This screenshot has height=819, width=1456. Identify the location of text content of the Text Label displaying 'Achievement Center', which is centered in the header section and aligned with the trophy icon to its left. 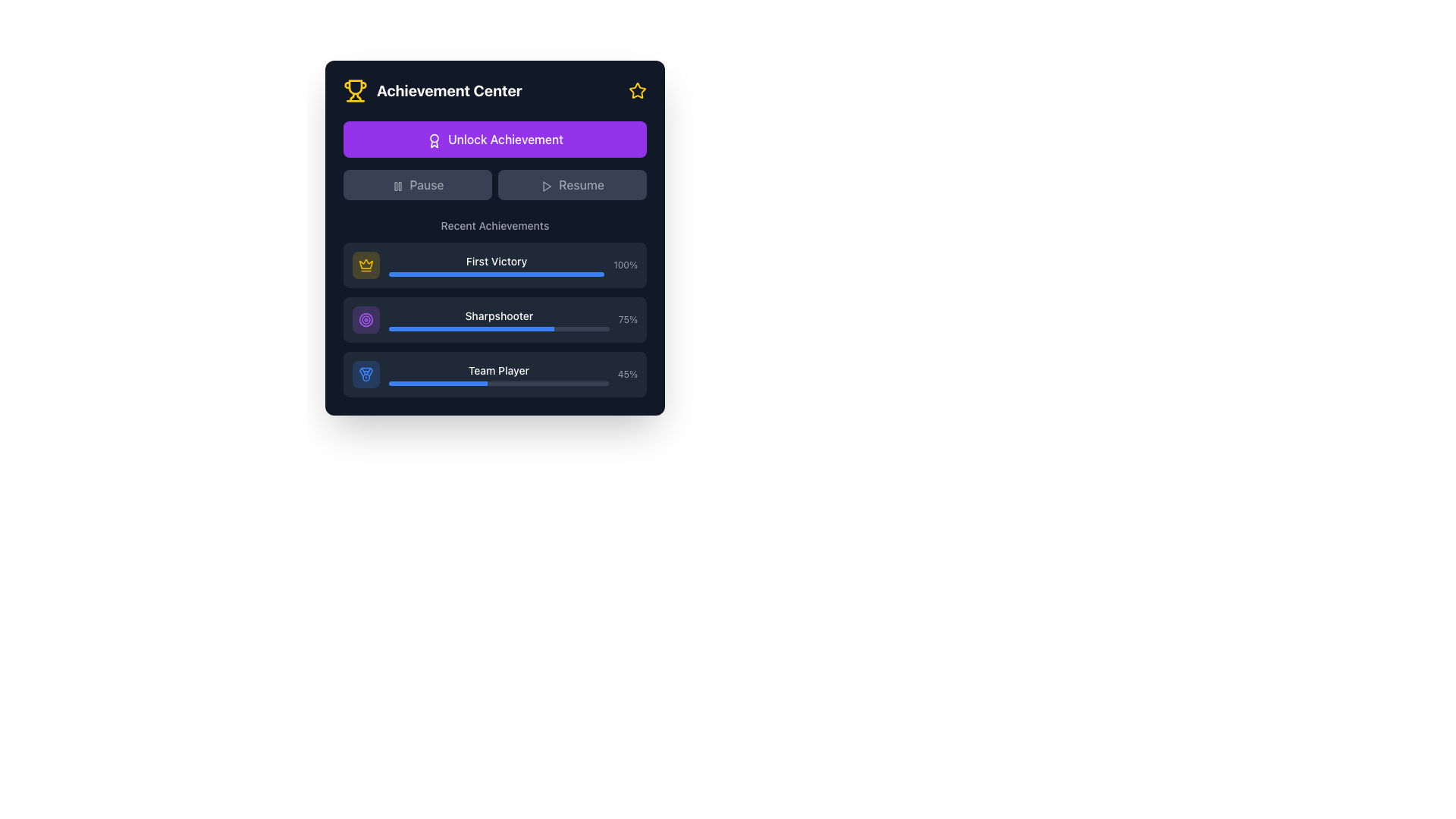
(448, 90).